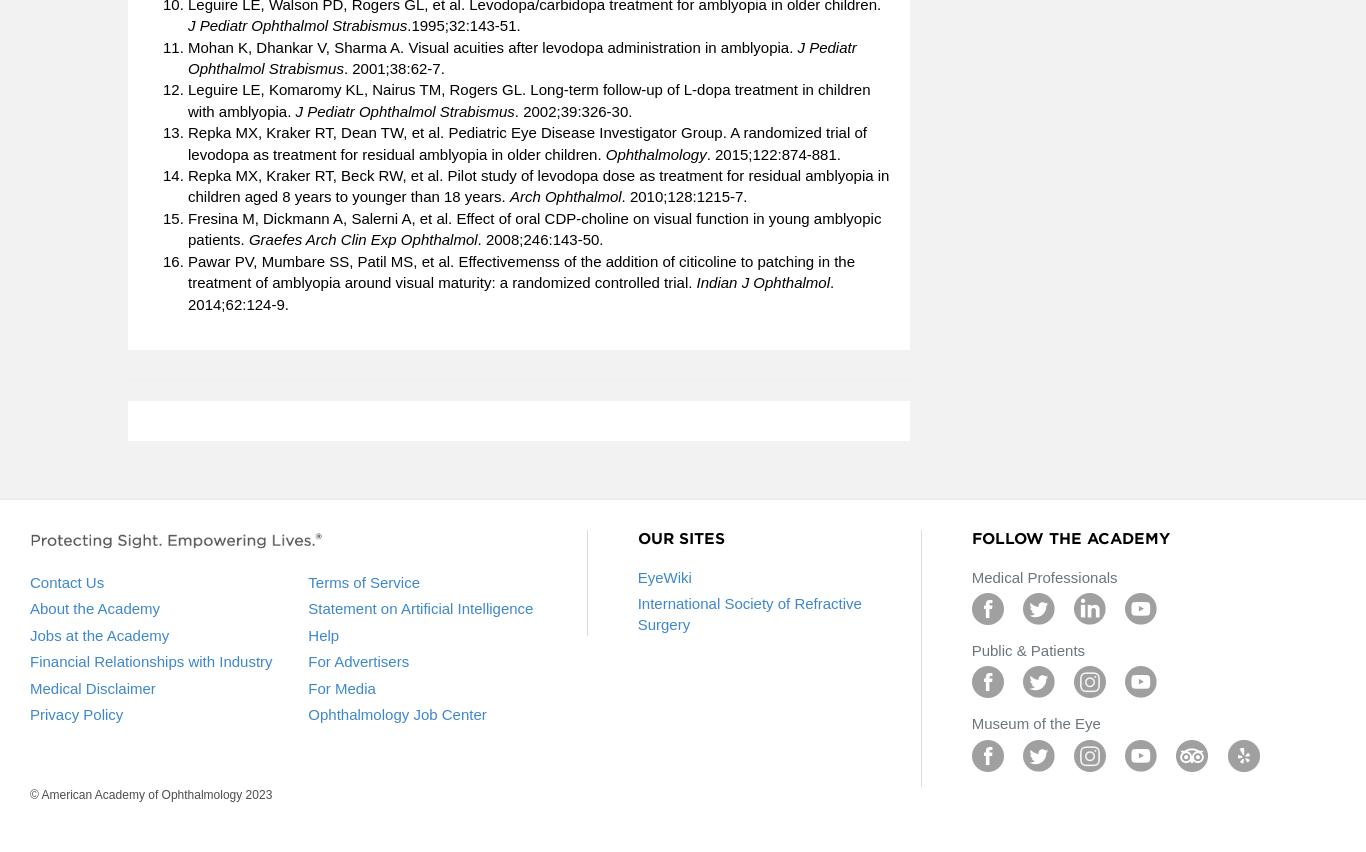 The width and height of the screenshot is (1366, 852). I want to click on 'For Advertisers', so click(357, 660).